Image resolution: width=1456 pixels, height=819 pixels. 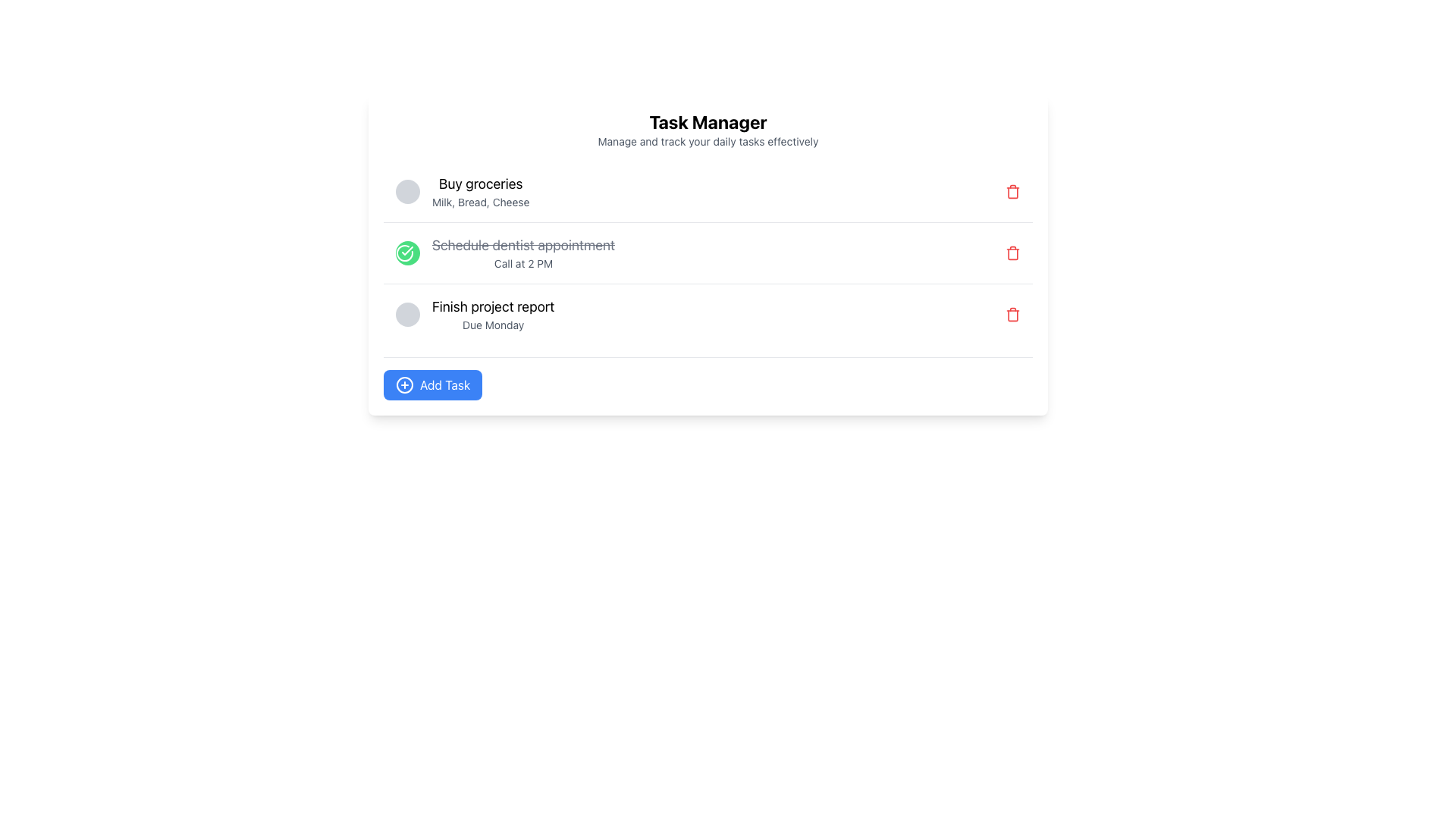 What do you see at coordinates (432, 384) in the screenshot?
I see `the blue 'Add Task' button located at the bottom-left of the task manager interface` at bounding box center [432, 384].